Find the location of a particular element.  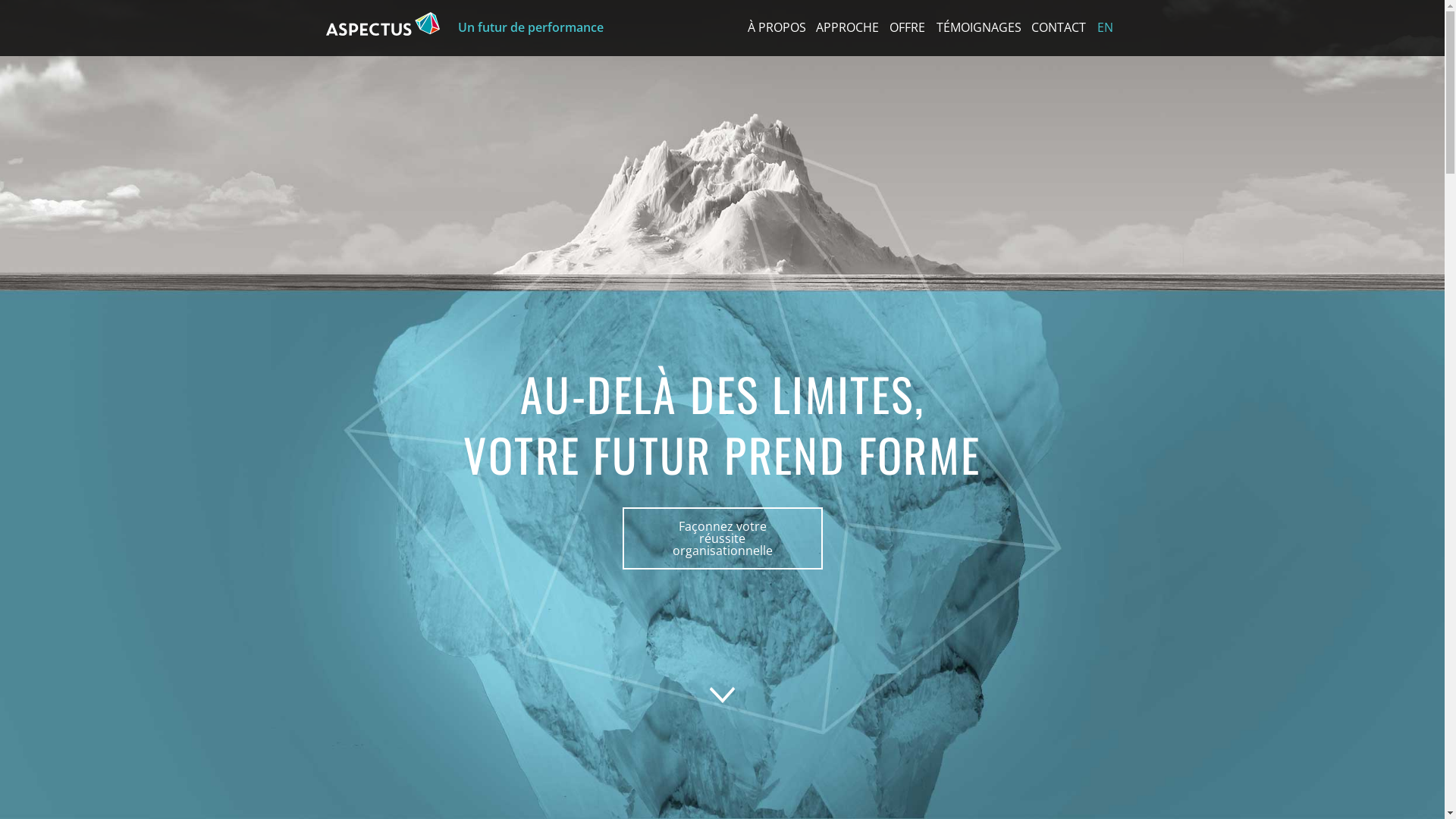

'APPROCHE' is located at coordinates (846, 27).